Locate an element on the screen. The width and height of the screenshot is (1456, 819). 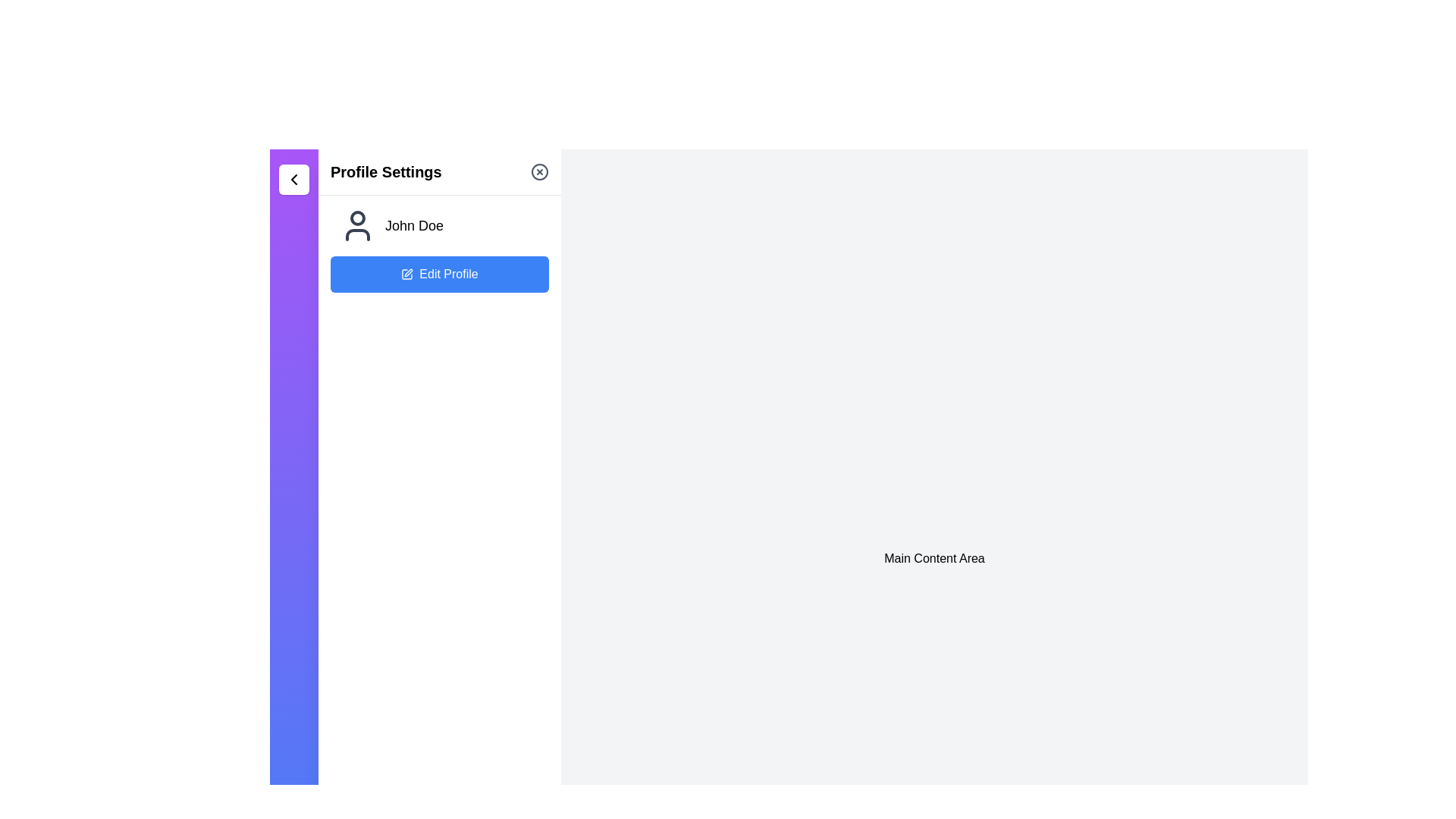
the leftward-pointing chevron icon located at the top of the sidebar is located at coordinates (294, 178).